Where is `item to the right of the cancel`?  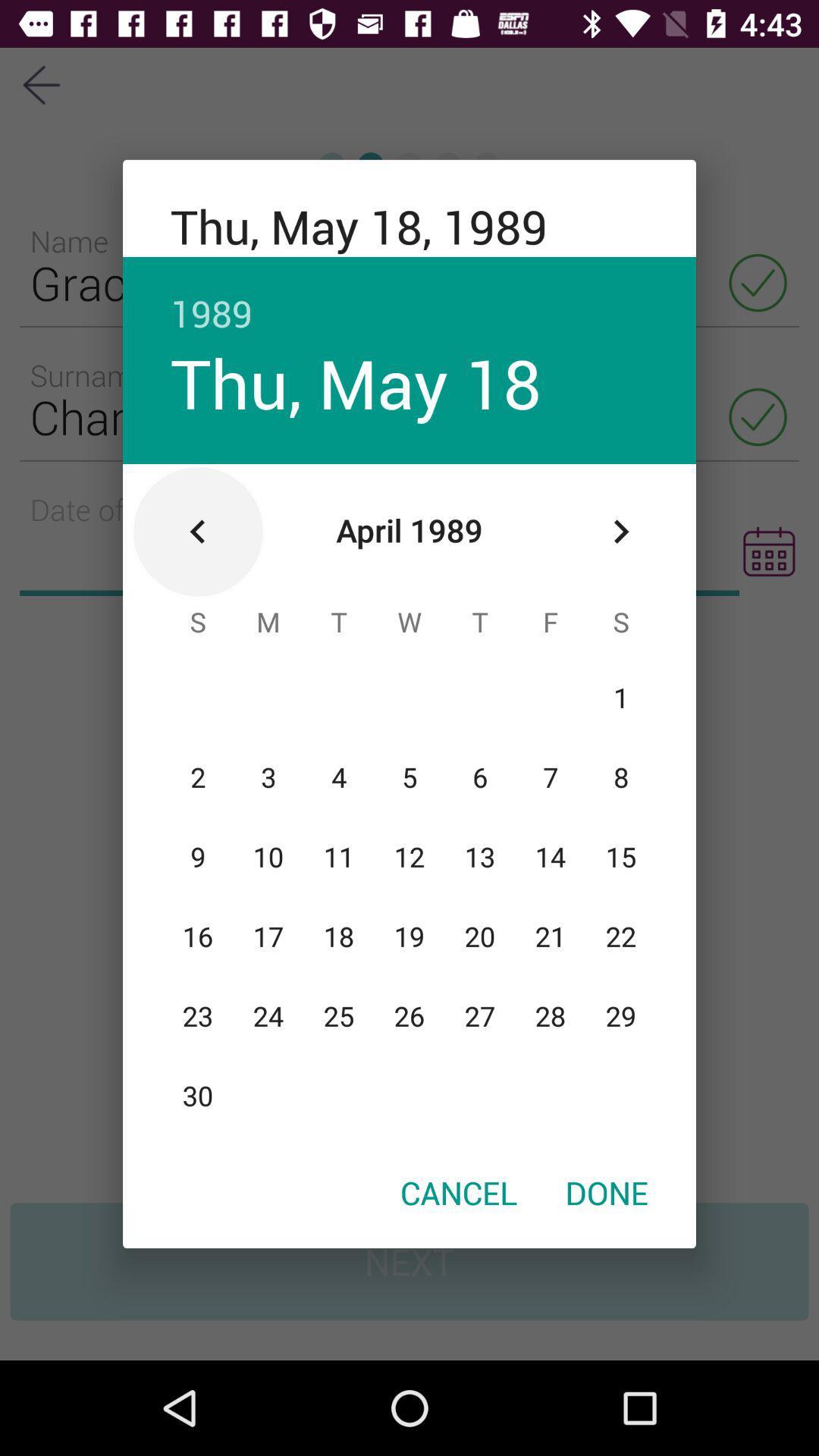 item to the right of the cancel is located at coordinates (606, 1191).